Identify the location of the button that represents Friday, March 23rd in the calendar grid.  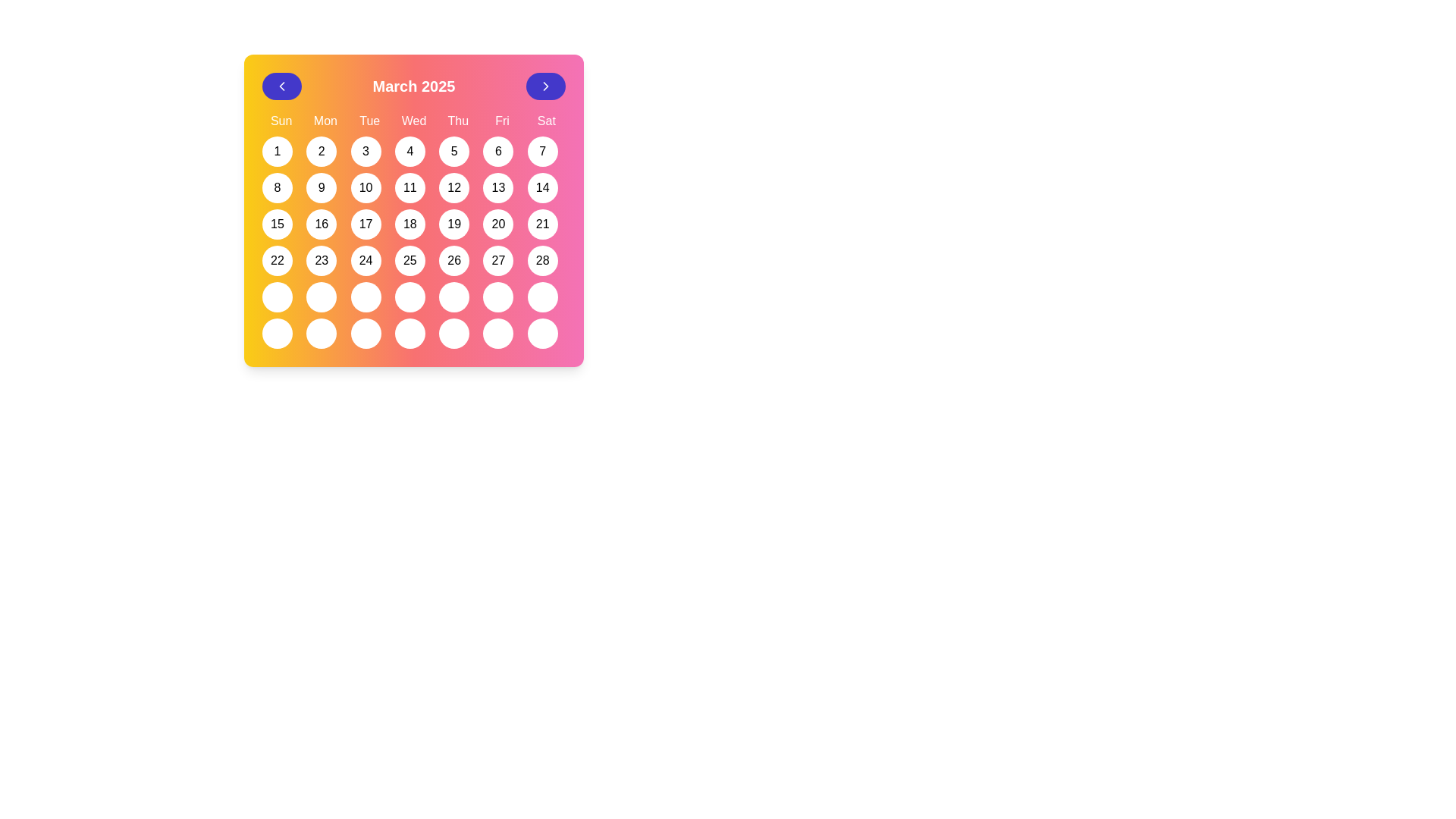
(321, 259).